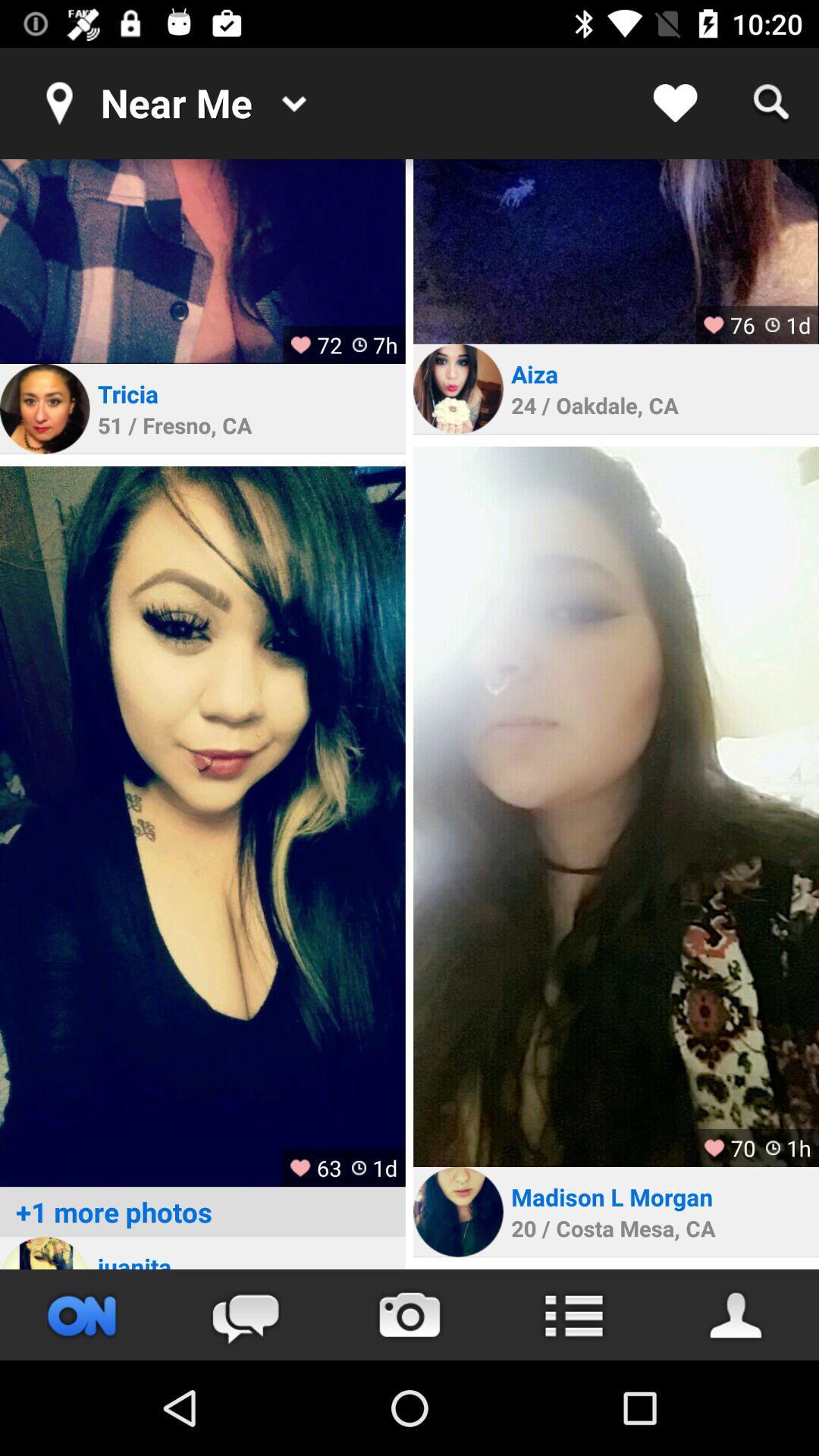  What do you see at coordinates (736, 1314) in the screenshot?
I see `save` at bounding box center [736, 1314].